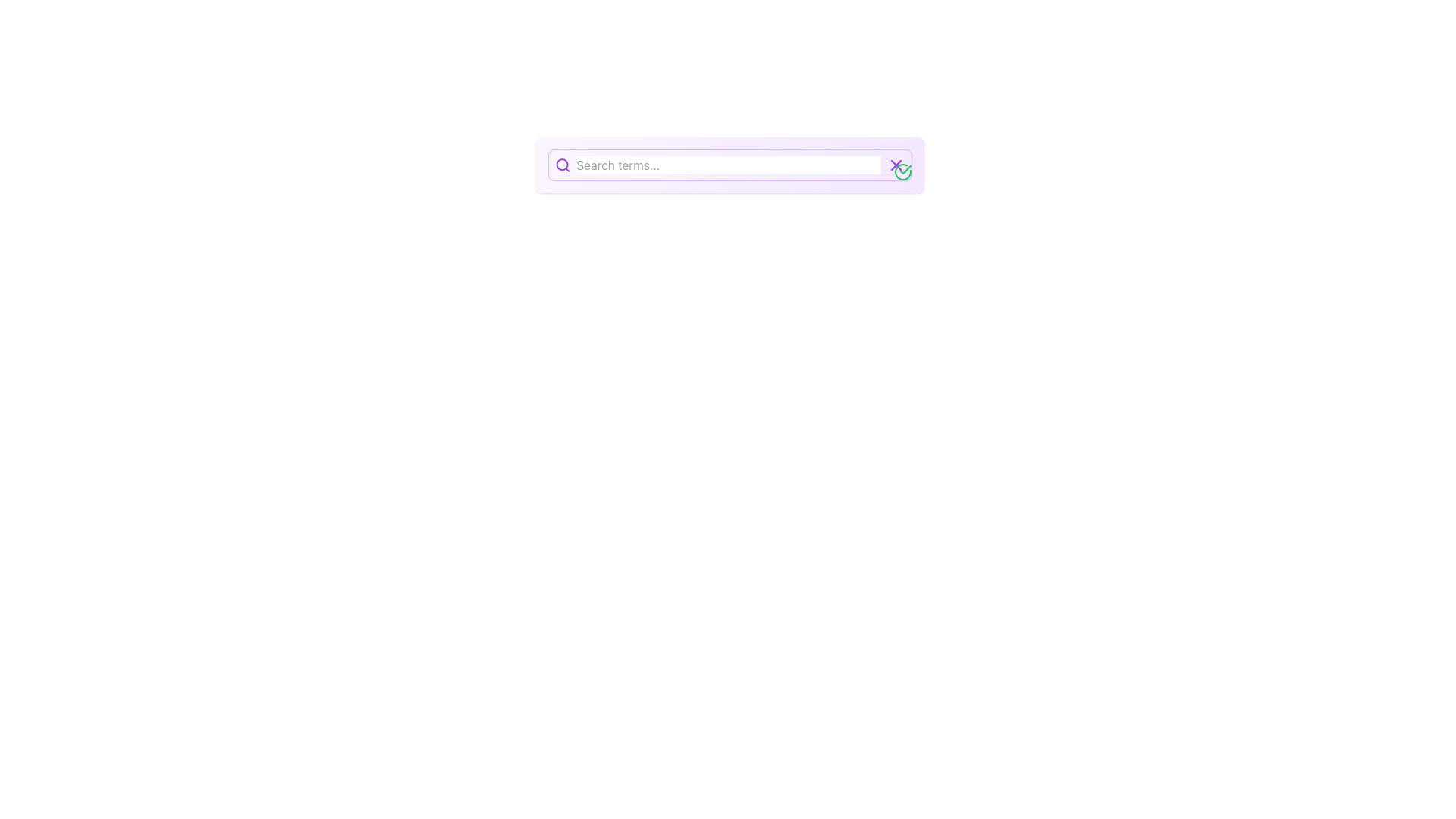  I want to click on the circular shape located inside the left side of the search icon in the user interface, so click(561, 165).